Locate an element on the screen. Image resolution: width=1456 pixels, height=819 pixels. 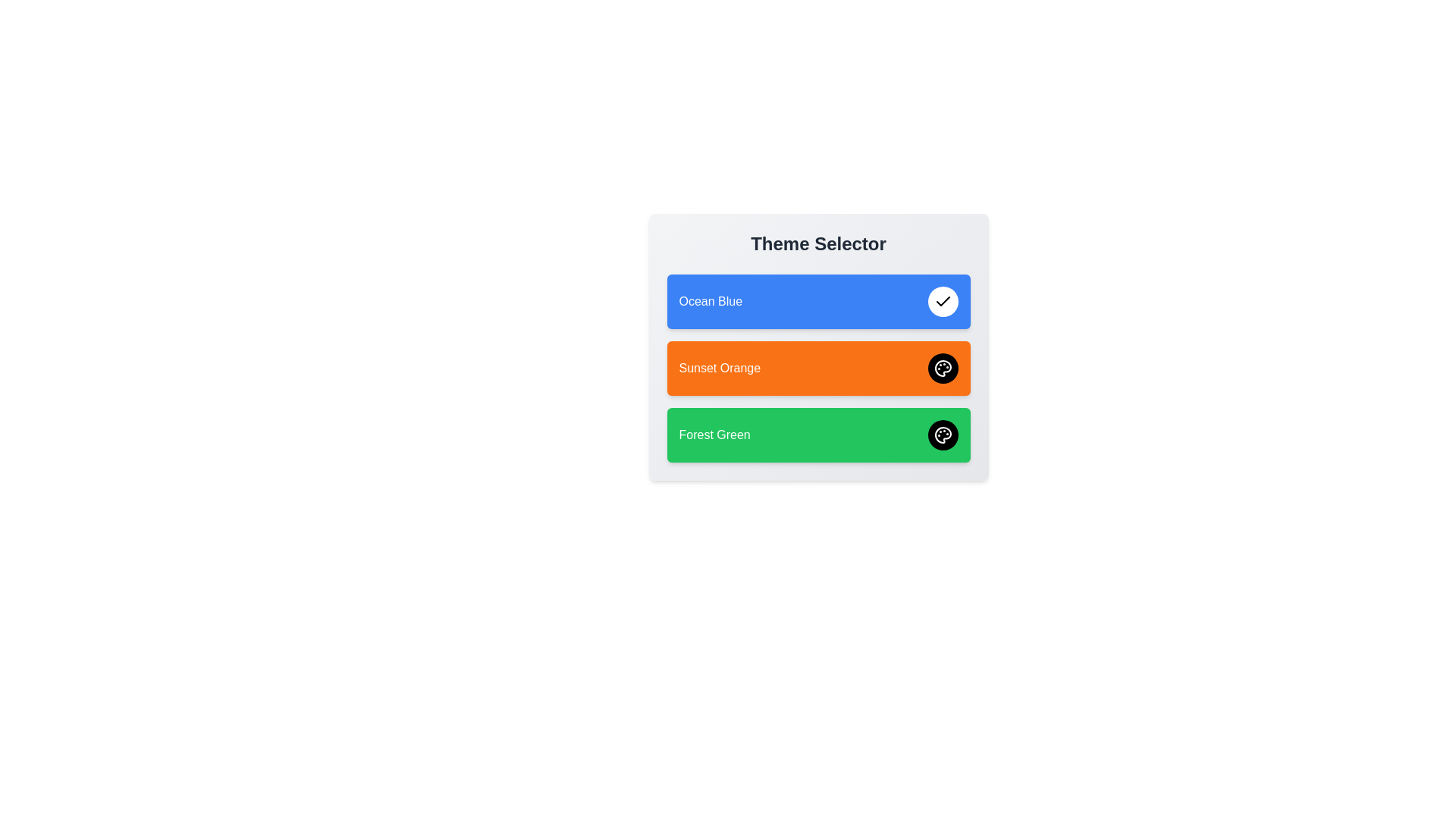
the theme Forest Green to inspect its visual representation is located at coordinates (817, 435).